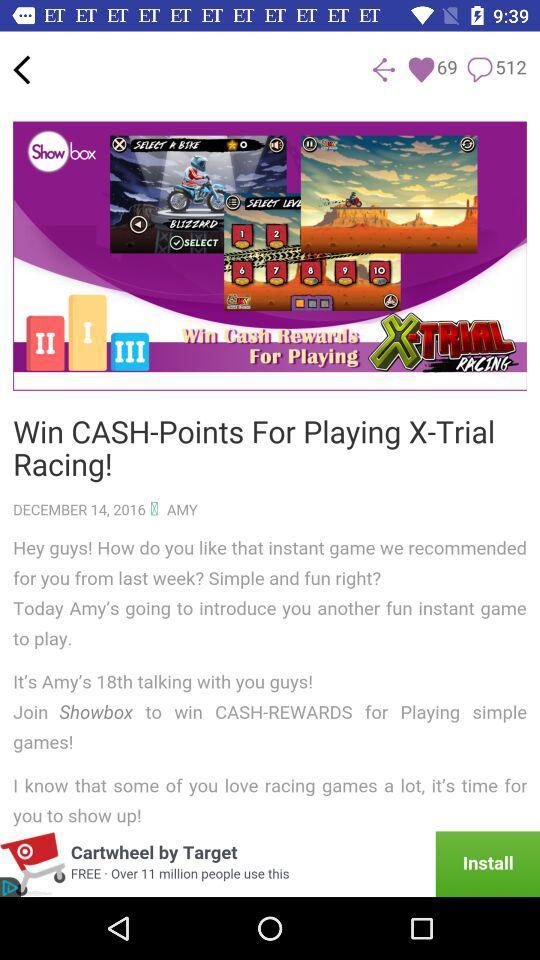 This screenshot has width=540, height=960. I want to click on go back, so click(20, 69).